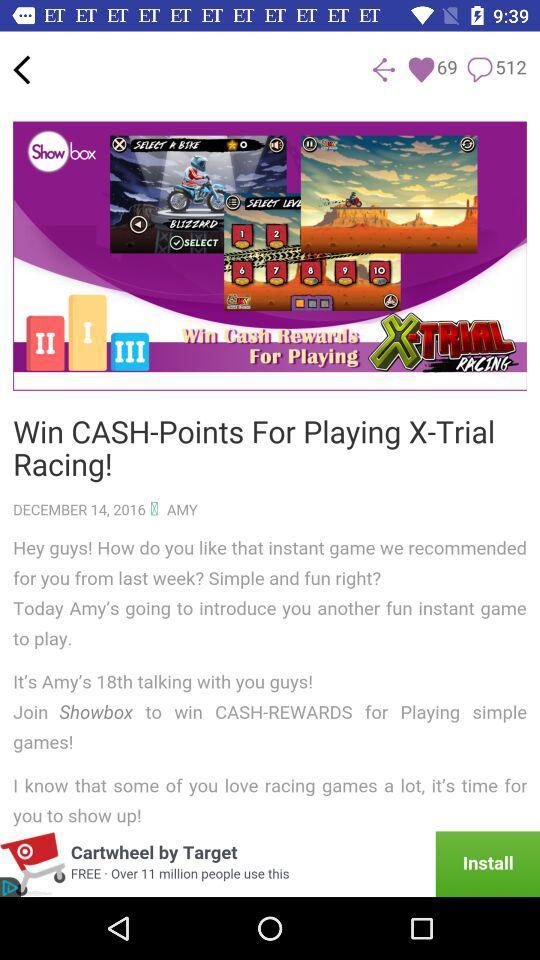 This screenshot has width=540, height=960. I want to click on go back, so click(20, 69).